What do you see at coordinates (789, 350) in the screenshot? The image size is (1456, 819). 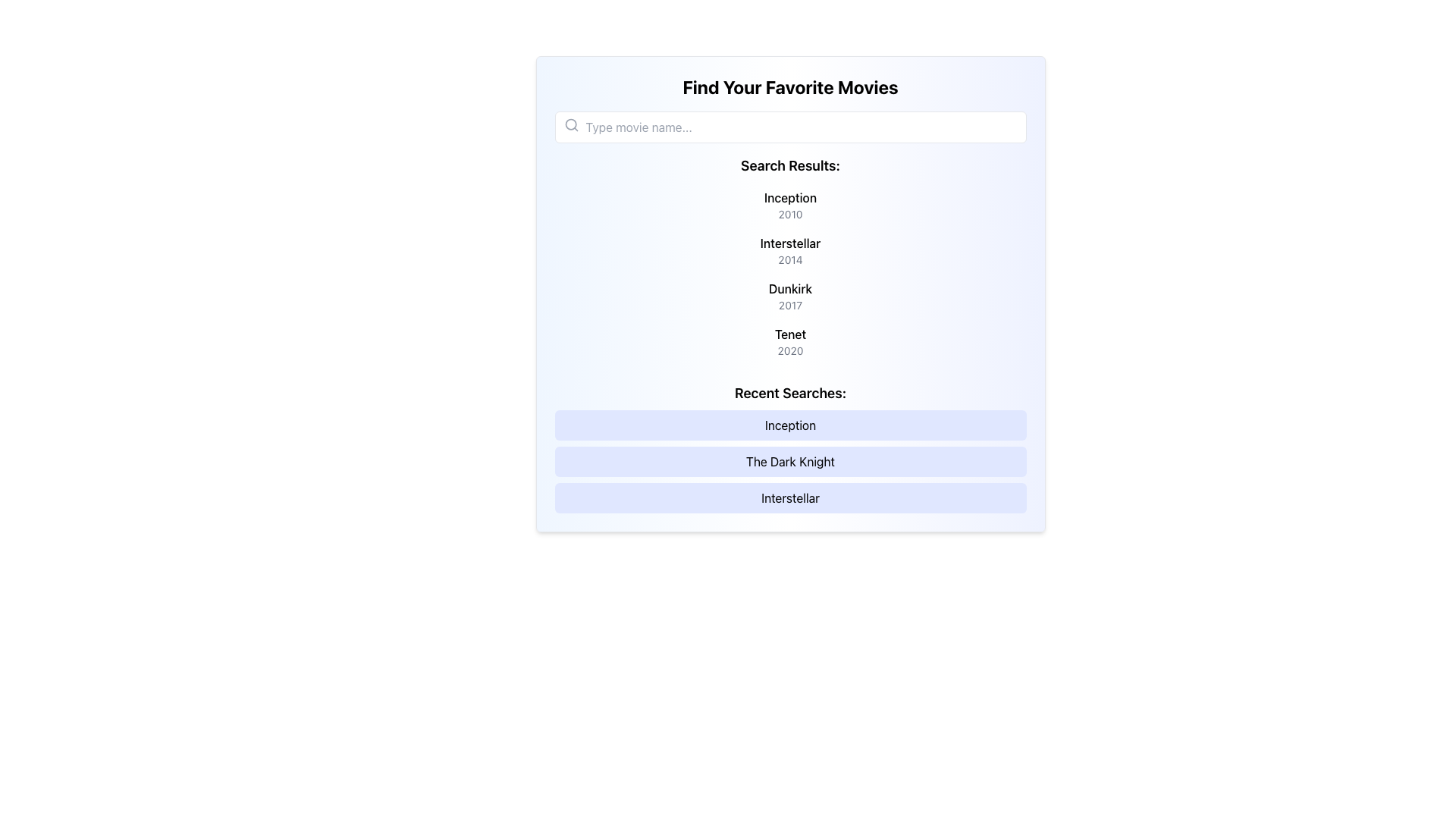 I see `the informational text label displaying the year for the movie 'Tenet', which is located below the title and part of the 'Search Results' section` at bounding box center [789, 350].